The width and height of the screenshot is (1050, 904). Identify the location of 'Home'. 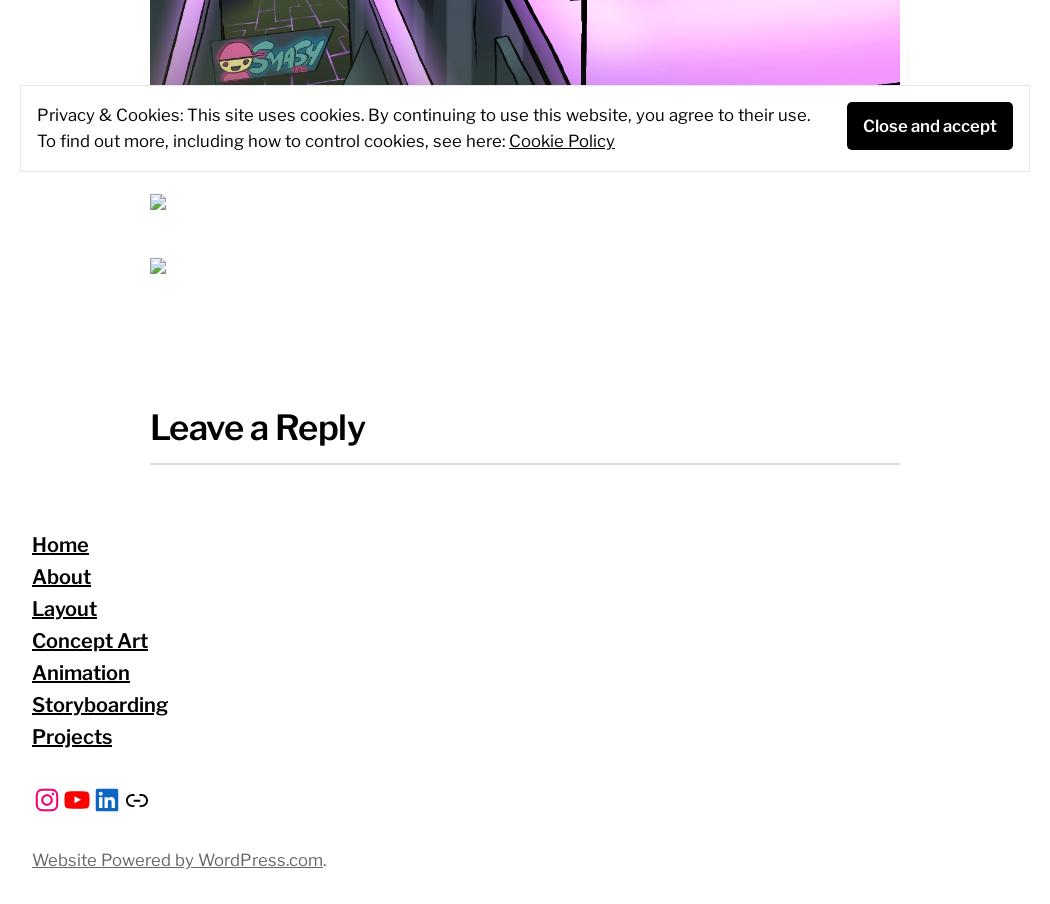
(59, 545).